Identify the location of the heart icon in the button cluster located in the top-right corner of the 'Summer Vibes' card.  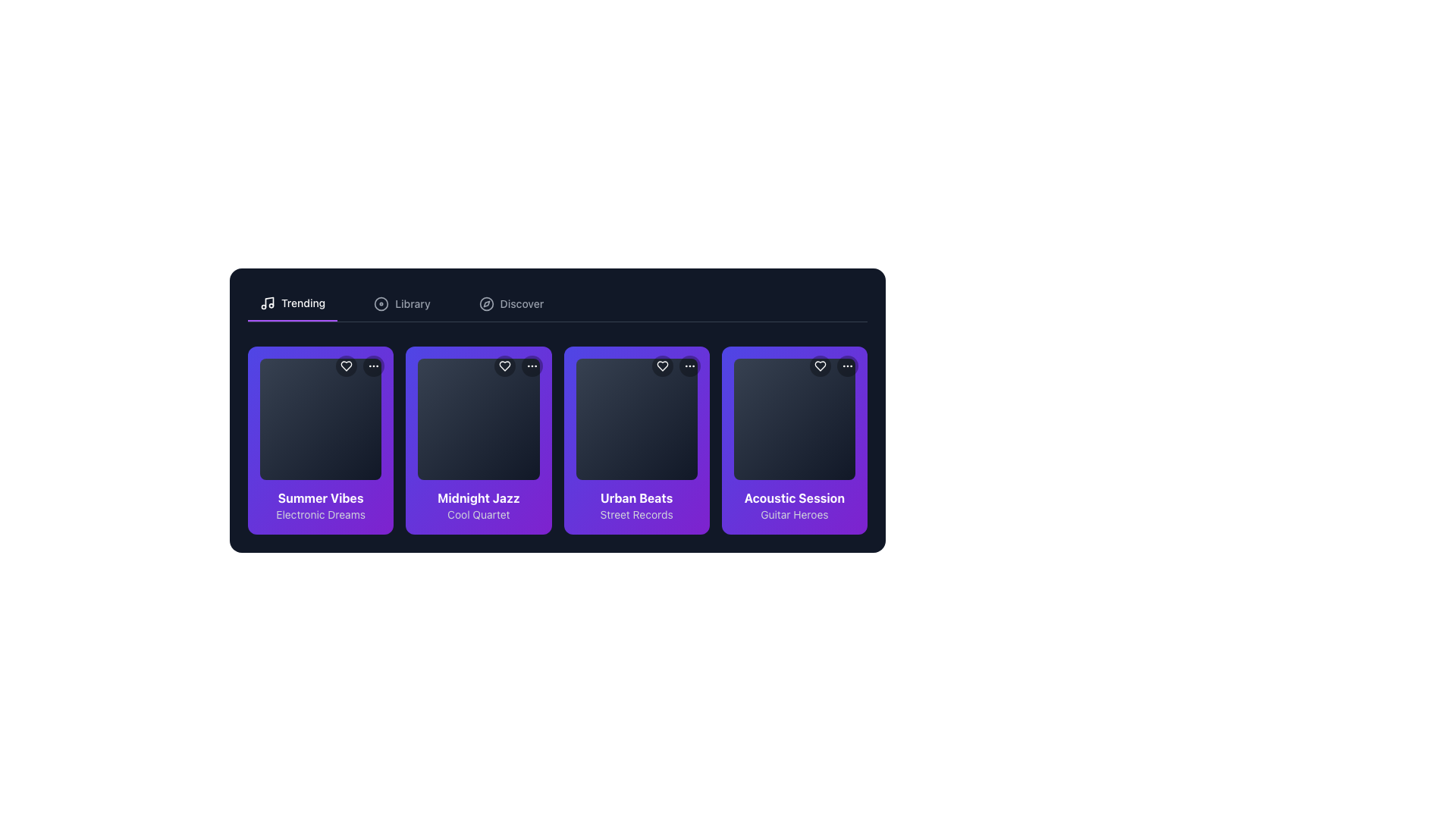
(359, 366).